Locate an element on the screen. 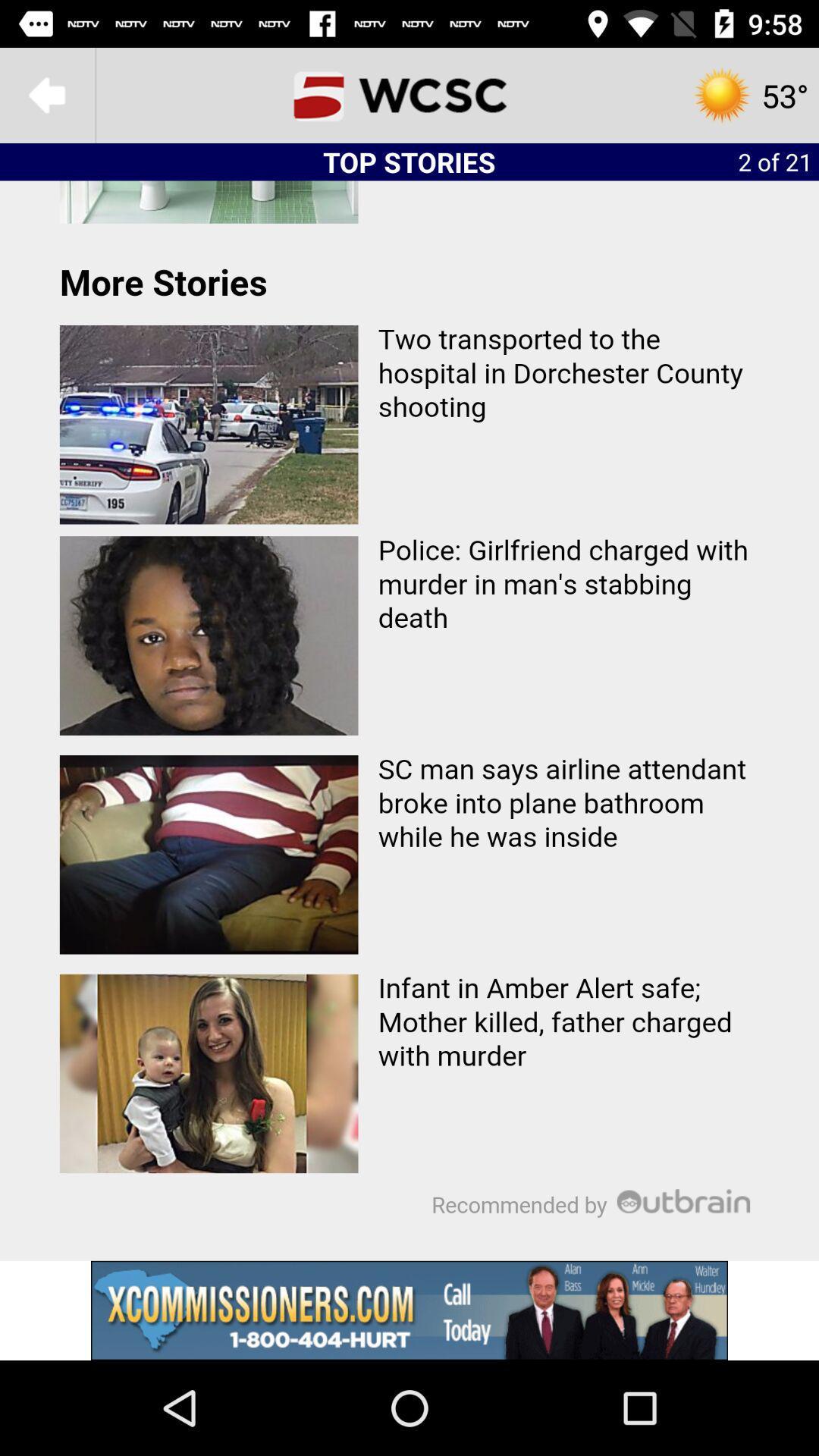 Image resolution: width=819 pixels, height=1456 pixels. tap to view advertisement for xcommissioners.com is located at coordinates (409, 1310).